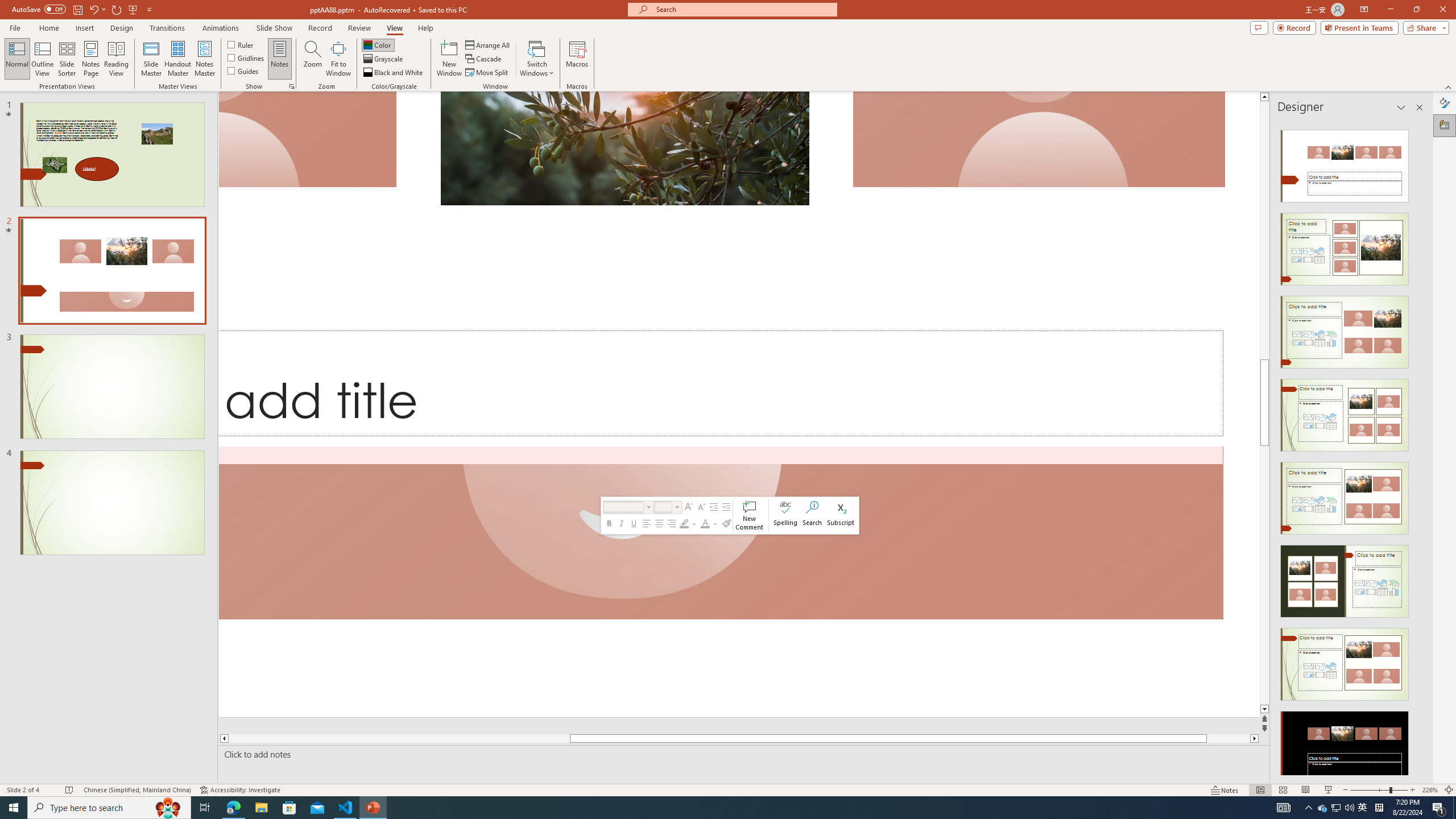 Image resolution: width=1456 pixels, height=819 pixels. Describe the element at coordinates (840, 515) in the screenshot. I see `'Subscript'` at that location.